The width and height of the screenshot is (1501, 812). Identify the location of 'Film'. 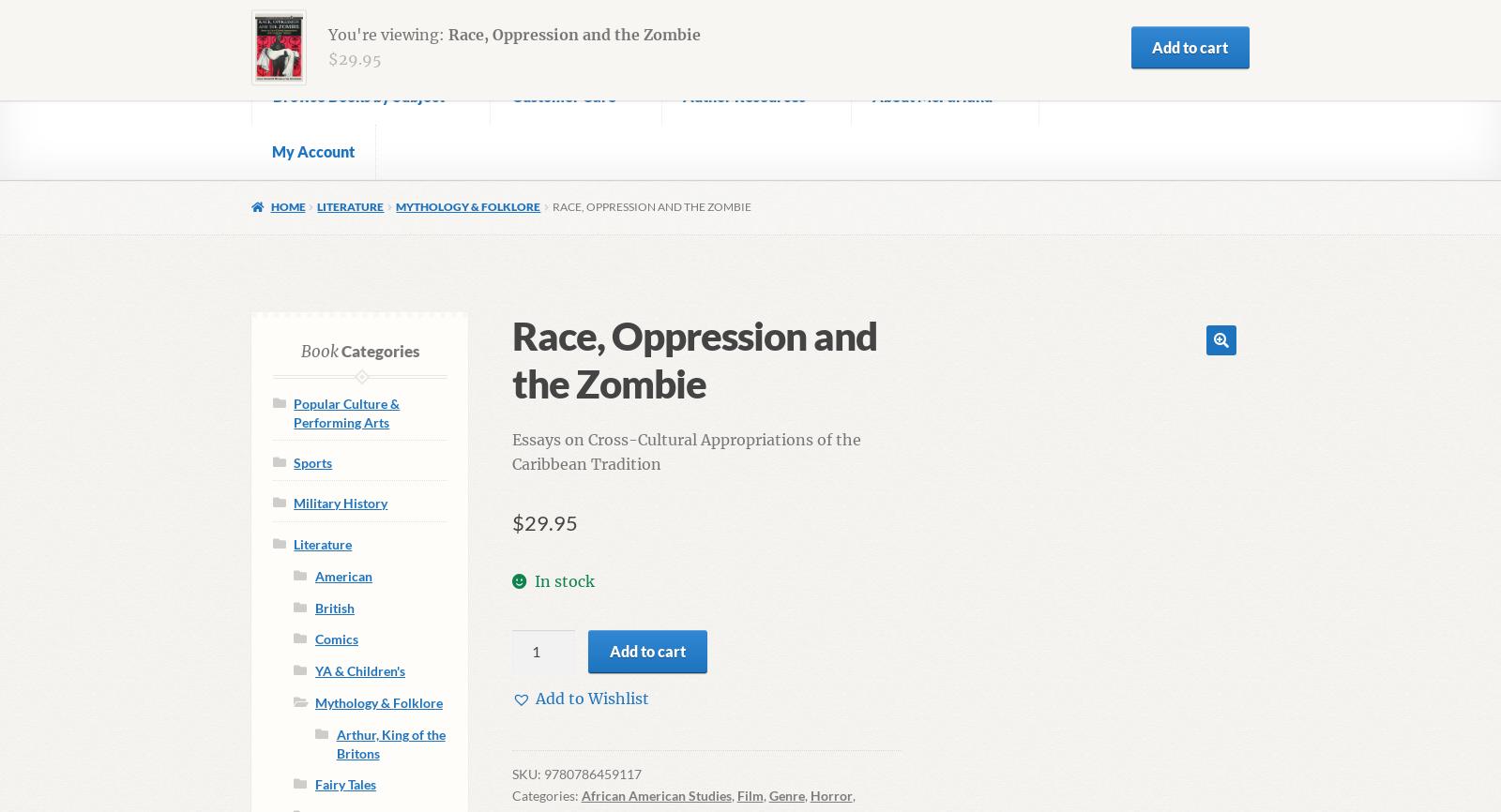
(750, 794).